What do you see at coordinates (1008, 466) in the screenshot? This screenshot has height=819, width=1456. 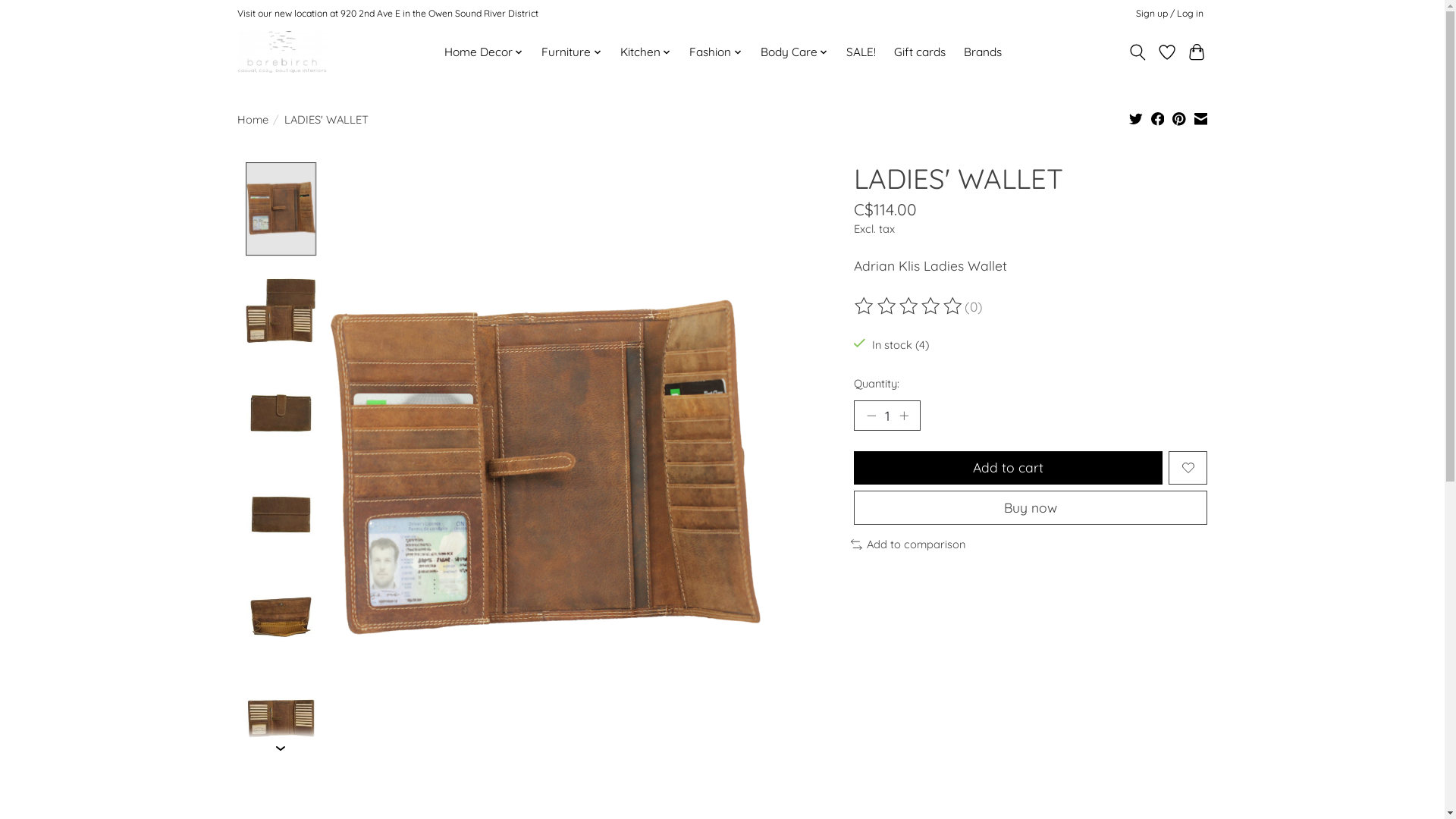 I see `'Add to cart'` at bounding box center [1008, 466].